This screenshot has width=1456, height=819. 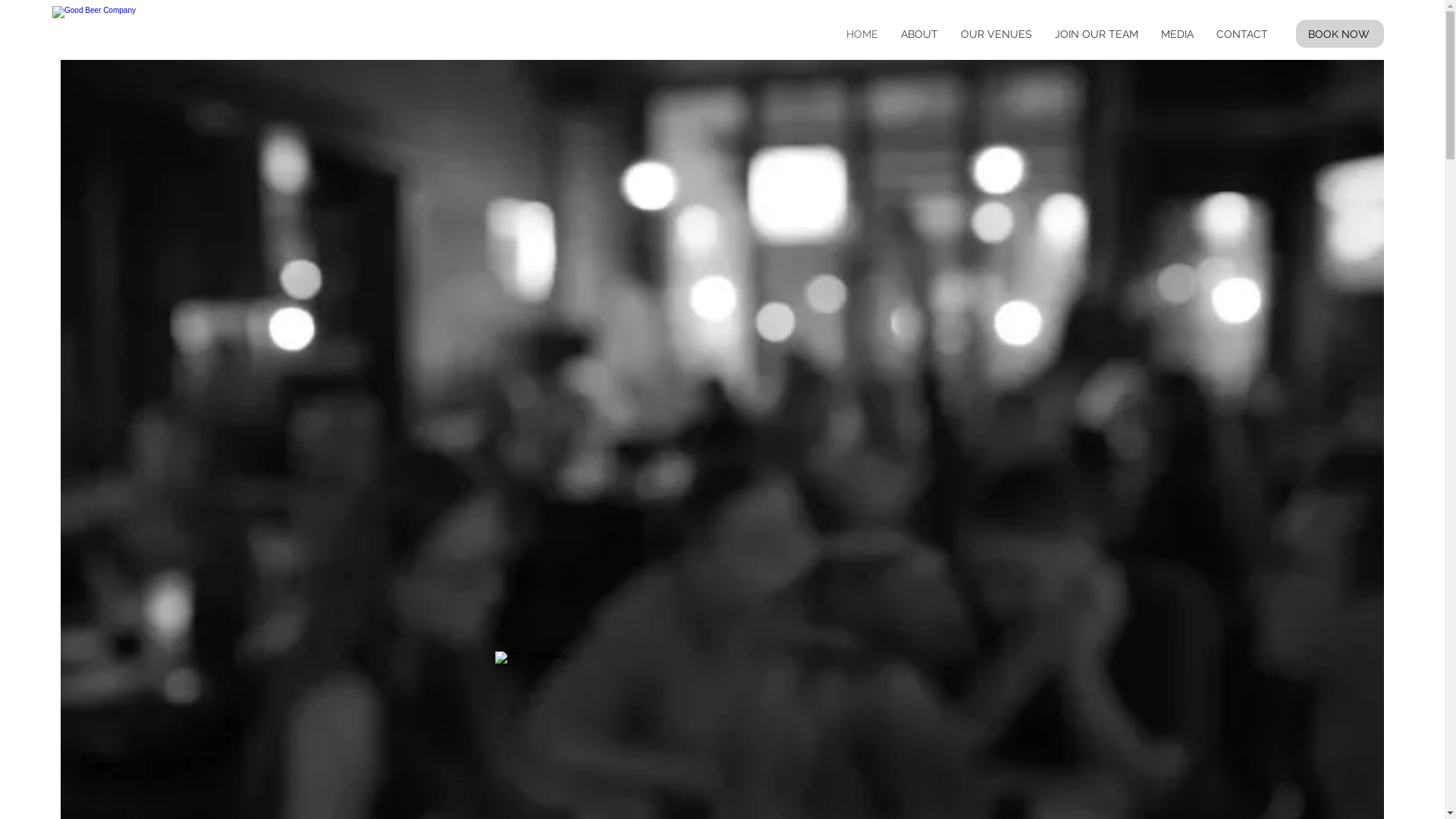 I want to click on 'BOOK NOW', so click(x=1339, y=33).